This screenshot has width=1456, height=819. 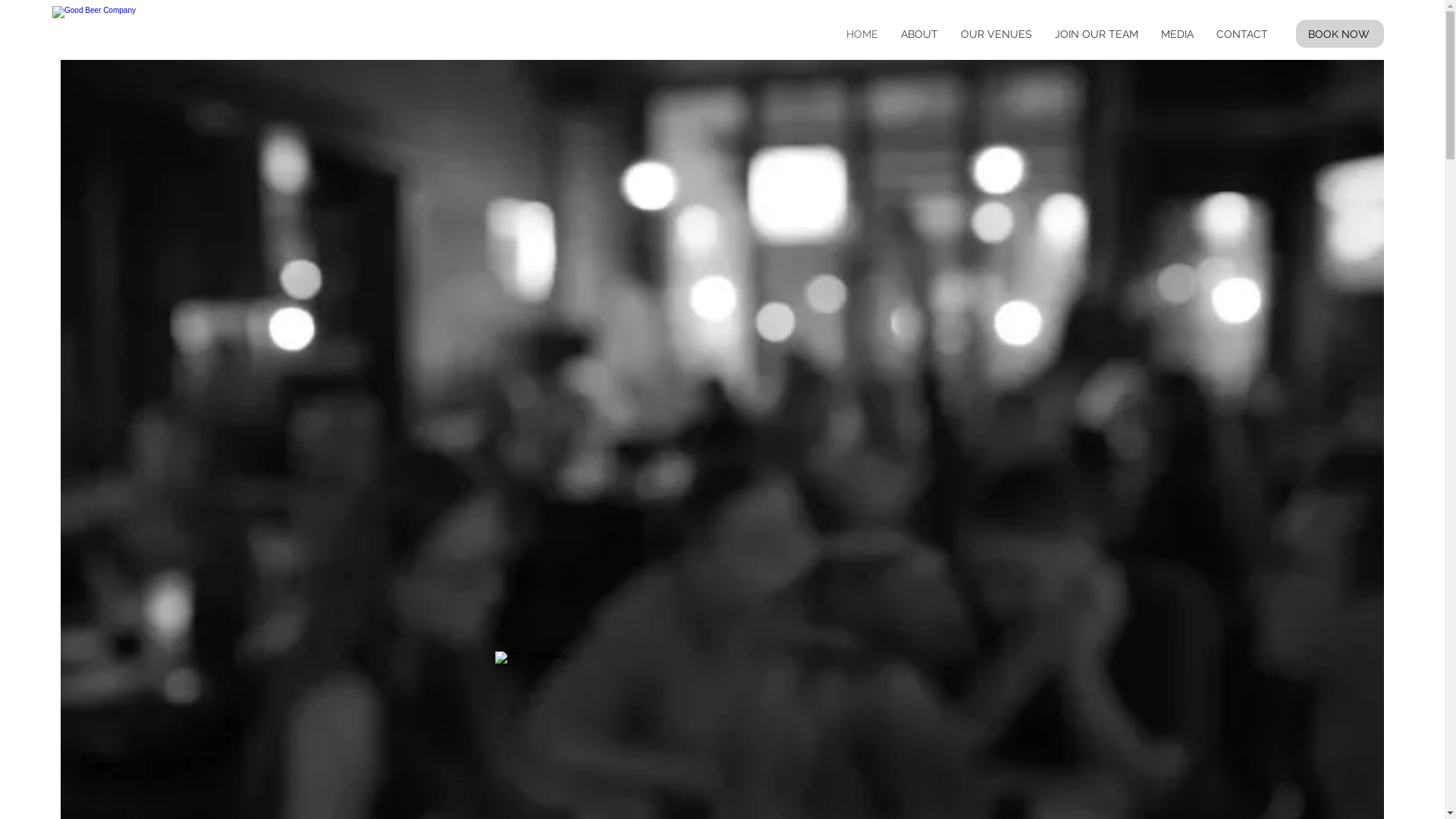 I want to click on 'BOOK NOW', so click(x=1339, y=33).